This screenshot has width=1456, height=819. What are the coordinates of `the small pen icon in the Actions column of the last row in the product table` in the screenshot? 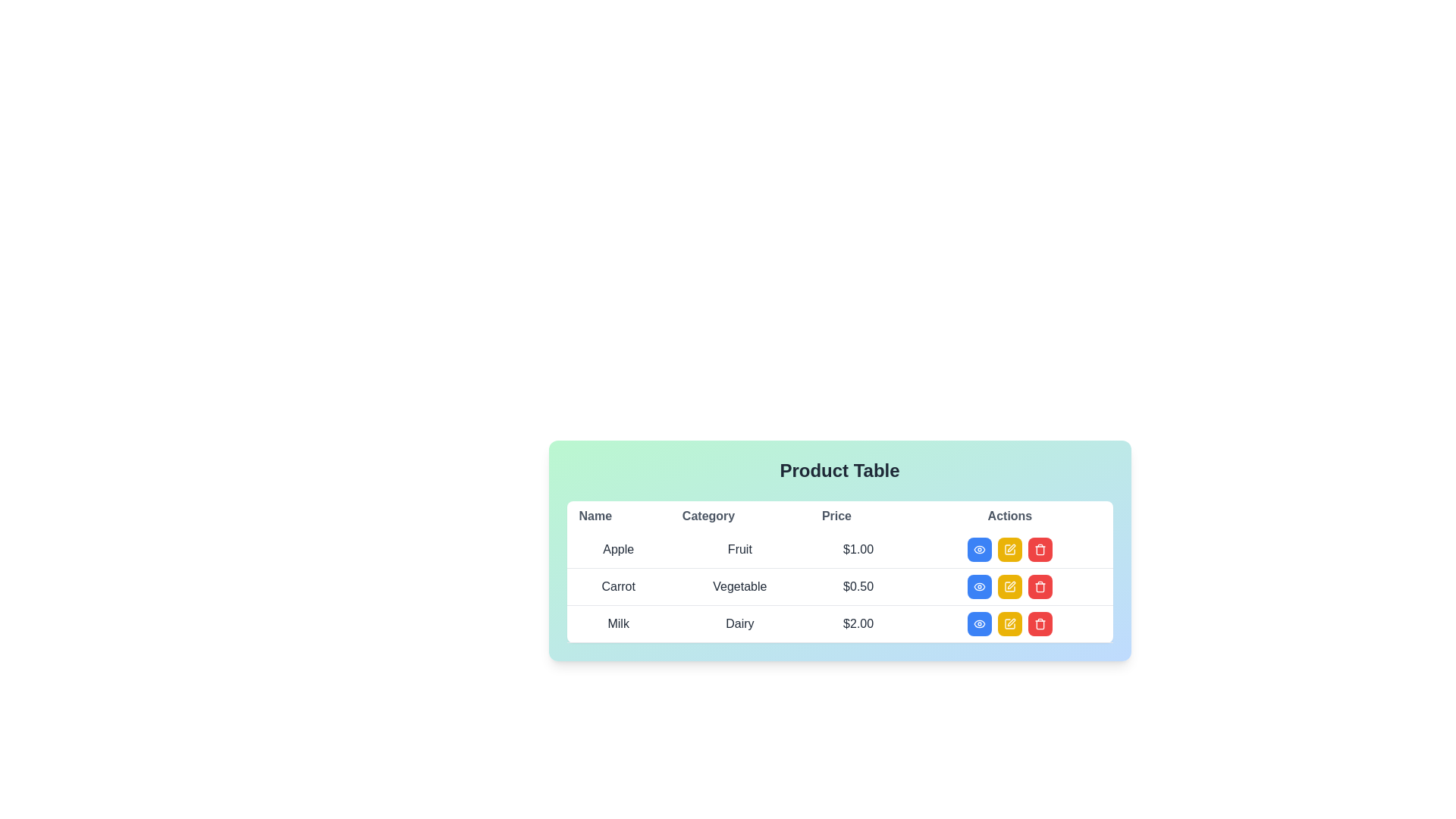 It's located at (1012, 548).